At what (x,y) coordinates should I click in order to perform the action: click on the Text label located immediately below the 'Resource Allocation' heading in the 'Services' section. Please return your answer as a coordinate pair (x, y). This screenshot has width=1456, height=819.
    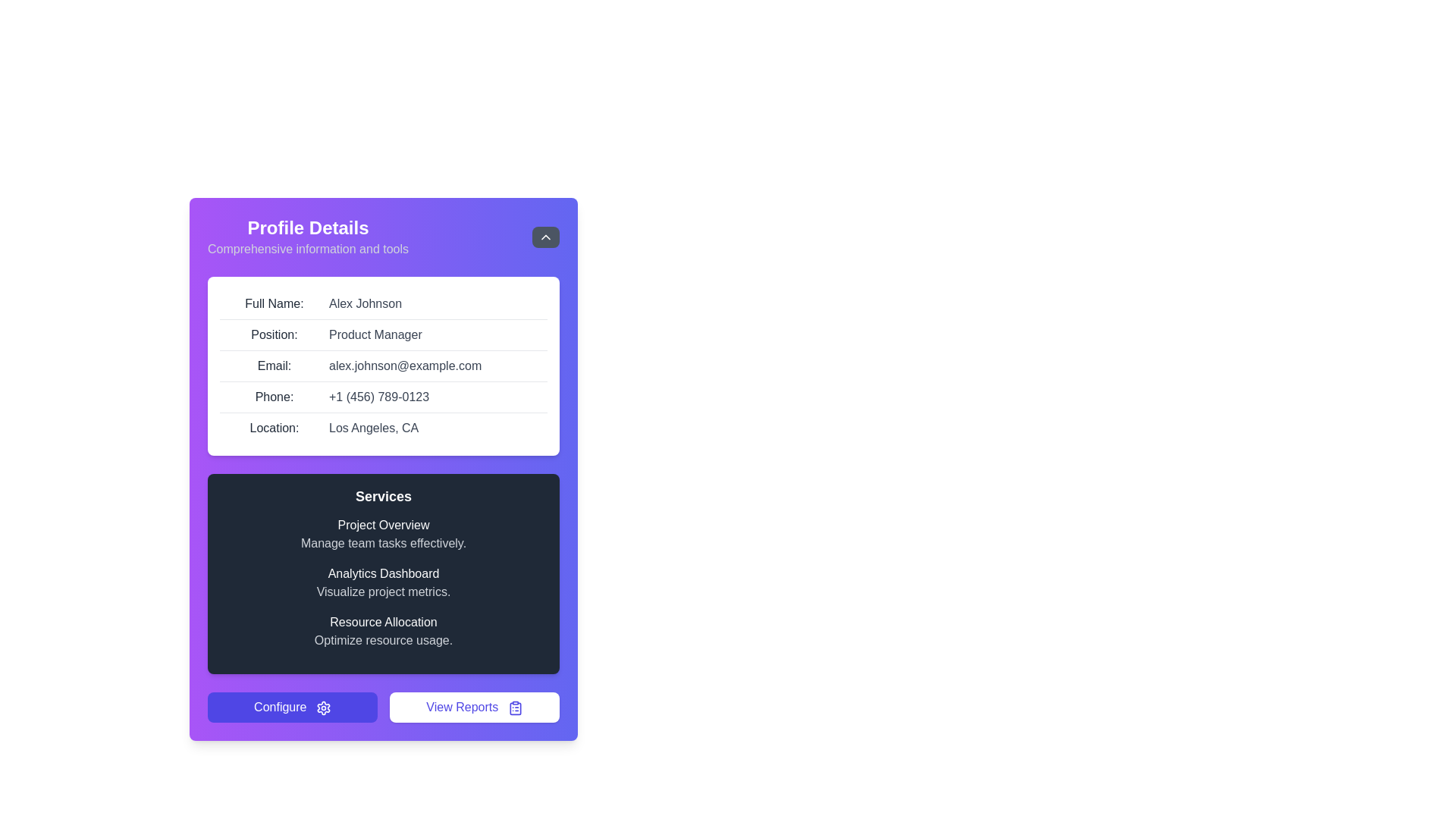
    Looking at the image, I should click on (383, 640).